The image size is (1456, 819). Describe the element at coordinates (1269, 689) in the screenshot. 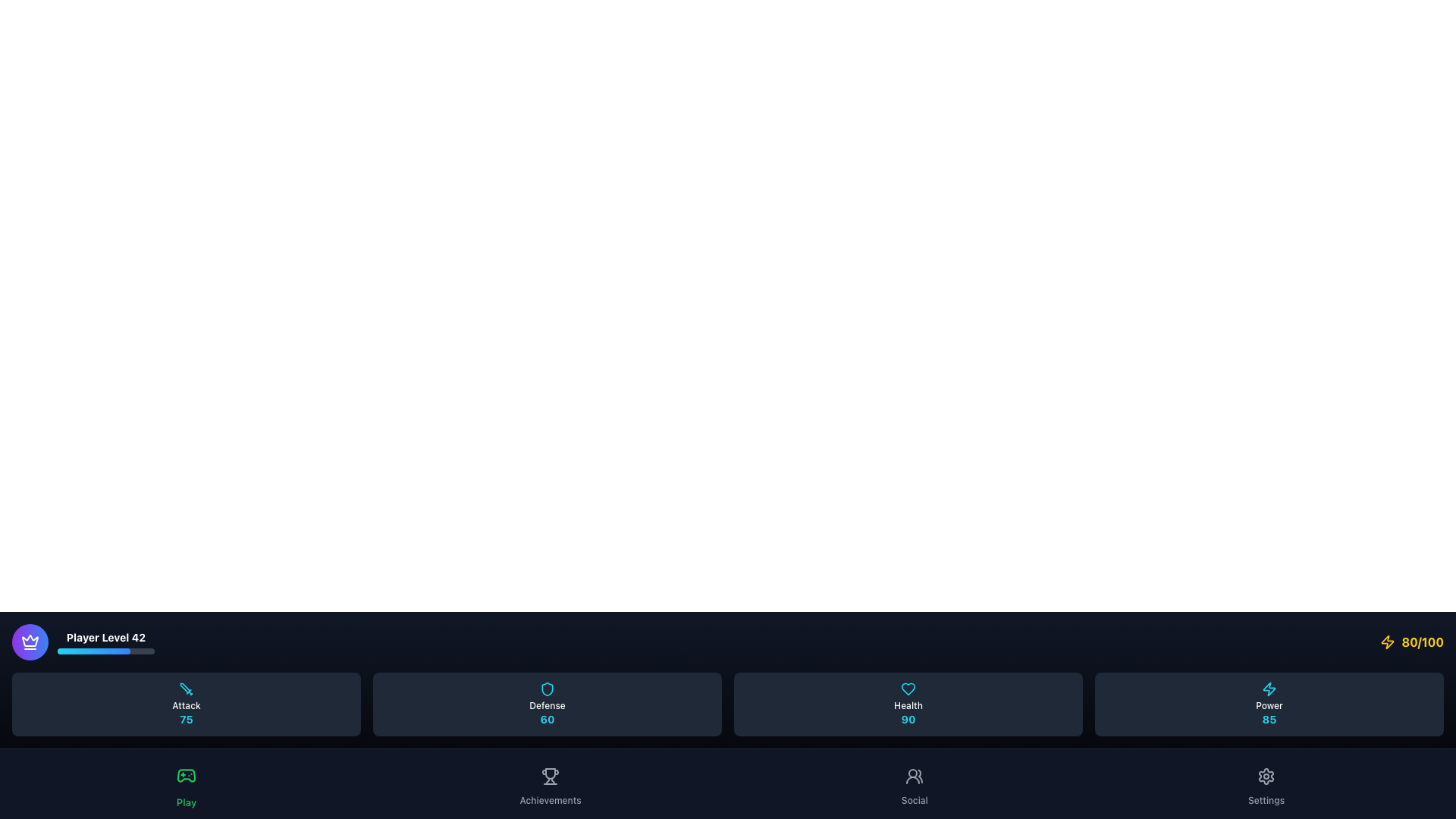

I see `the visual indicator representing the 'Power' status, which is centrally located in a box displaying the label 'Power' and the value '85'` at that location.